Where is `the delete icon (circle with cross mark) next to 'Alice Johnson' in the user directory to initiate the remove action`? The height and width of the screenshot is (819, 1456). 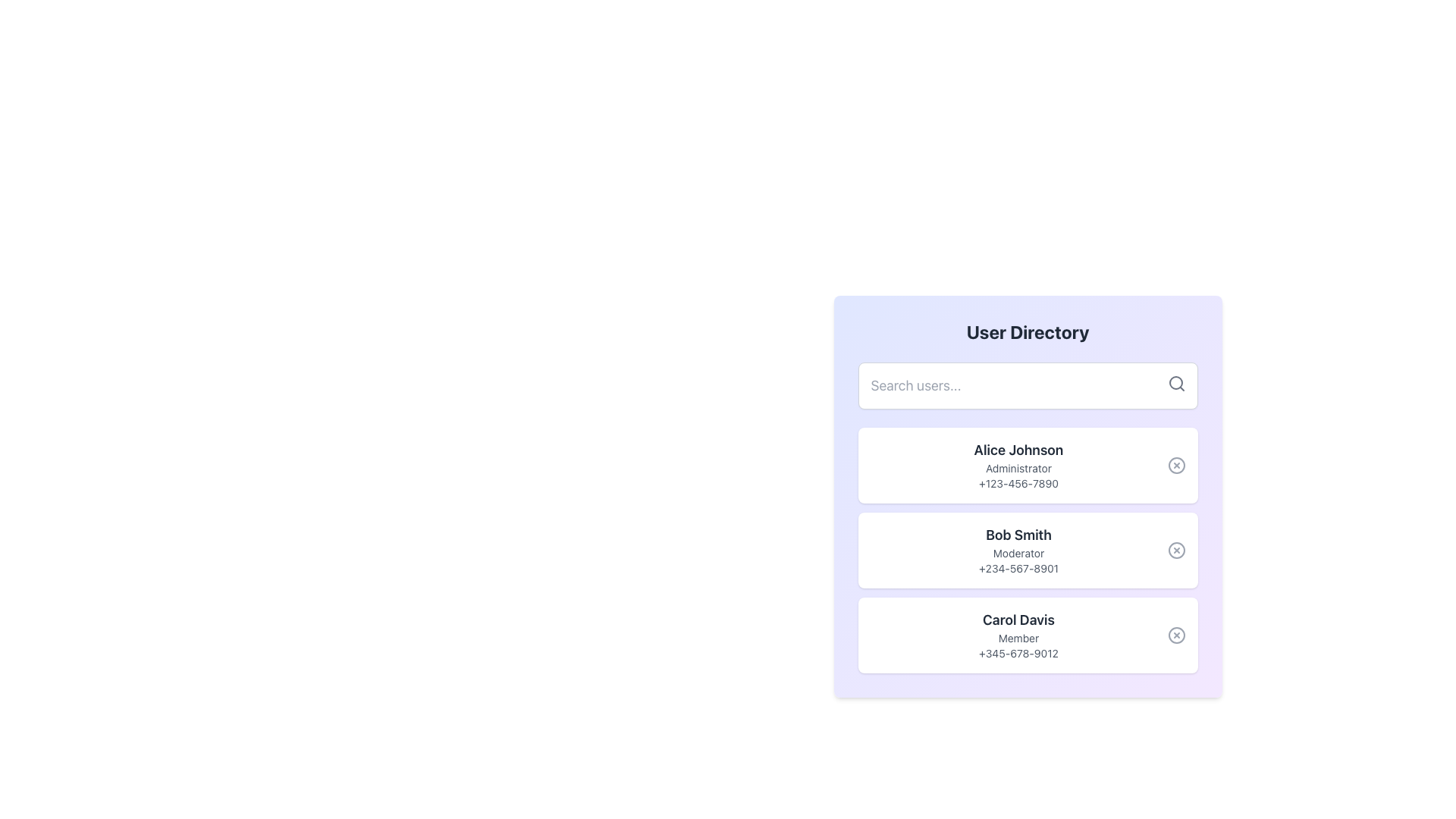
the delete icon (circle with cross mark) next to 'Alice Johnson' in the user directory to initiate the remove action is located at coordinates (1175, 464).